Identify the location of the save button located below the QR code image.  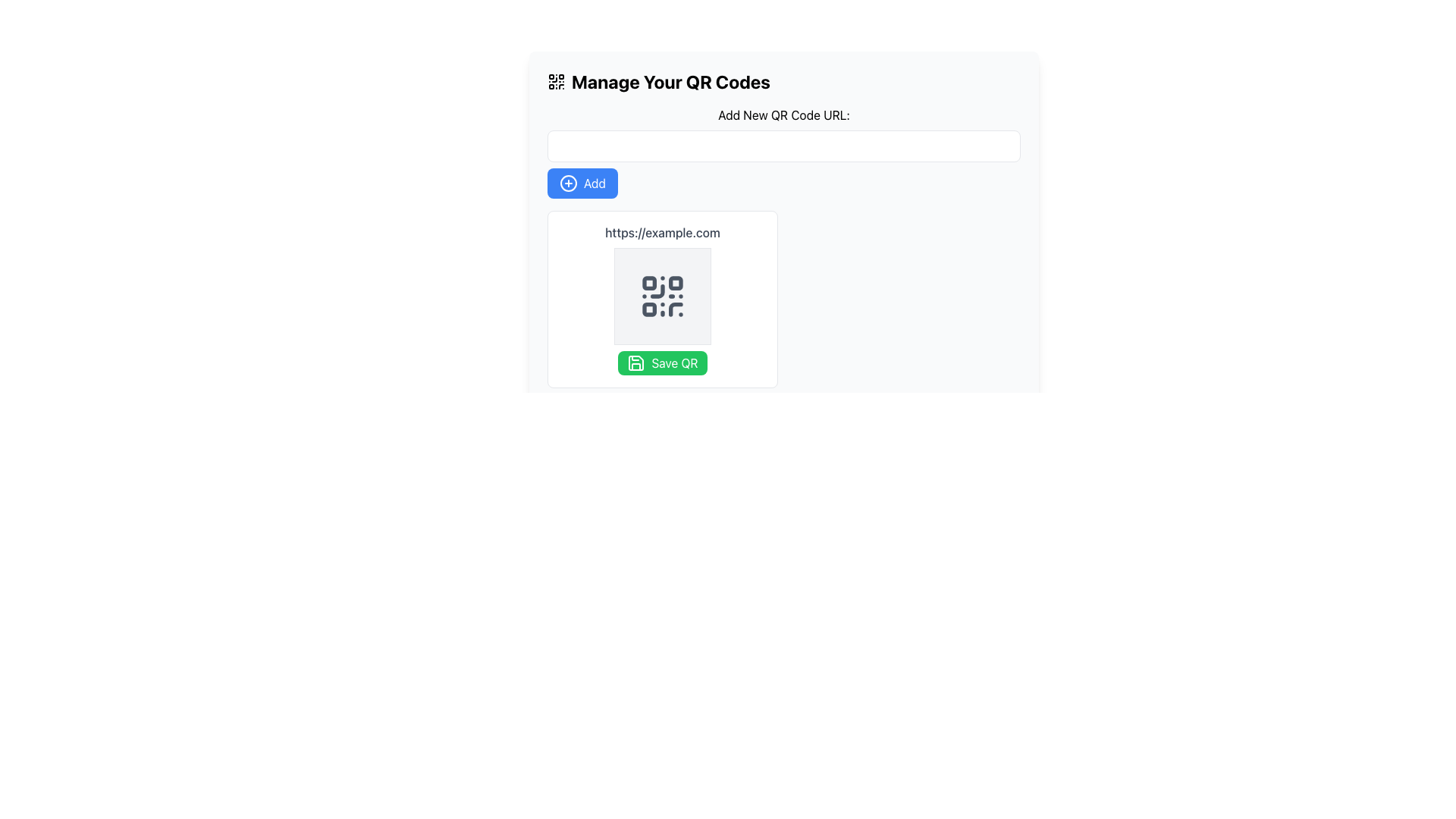
(662, 362).